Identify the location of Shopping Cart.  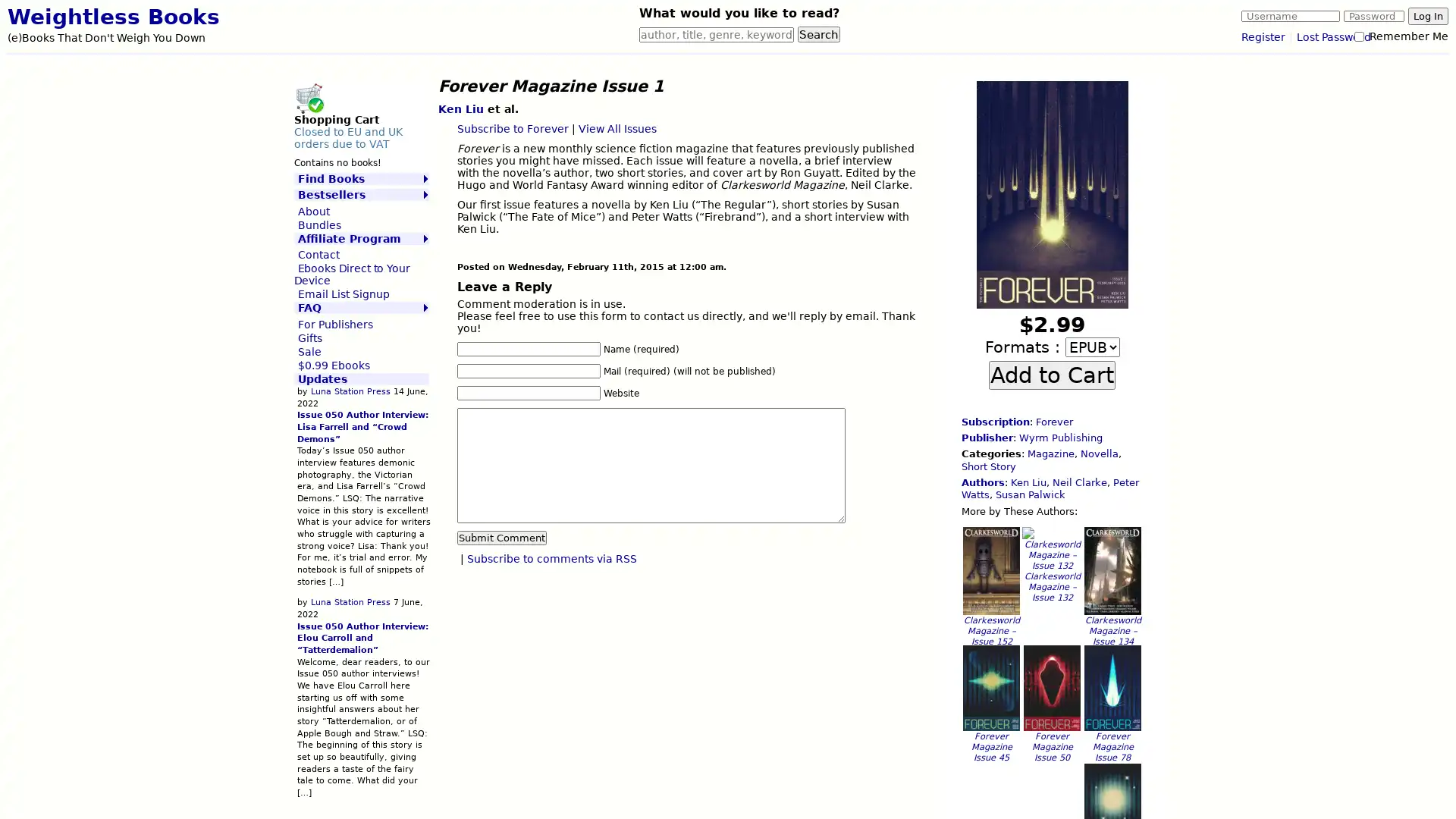
(308, 97).